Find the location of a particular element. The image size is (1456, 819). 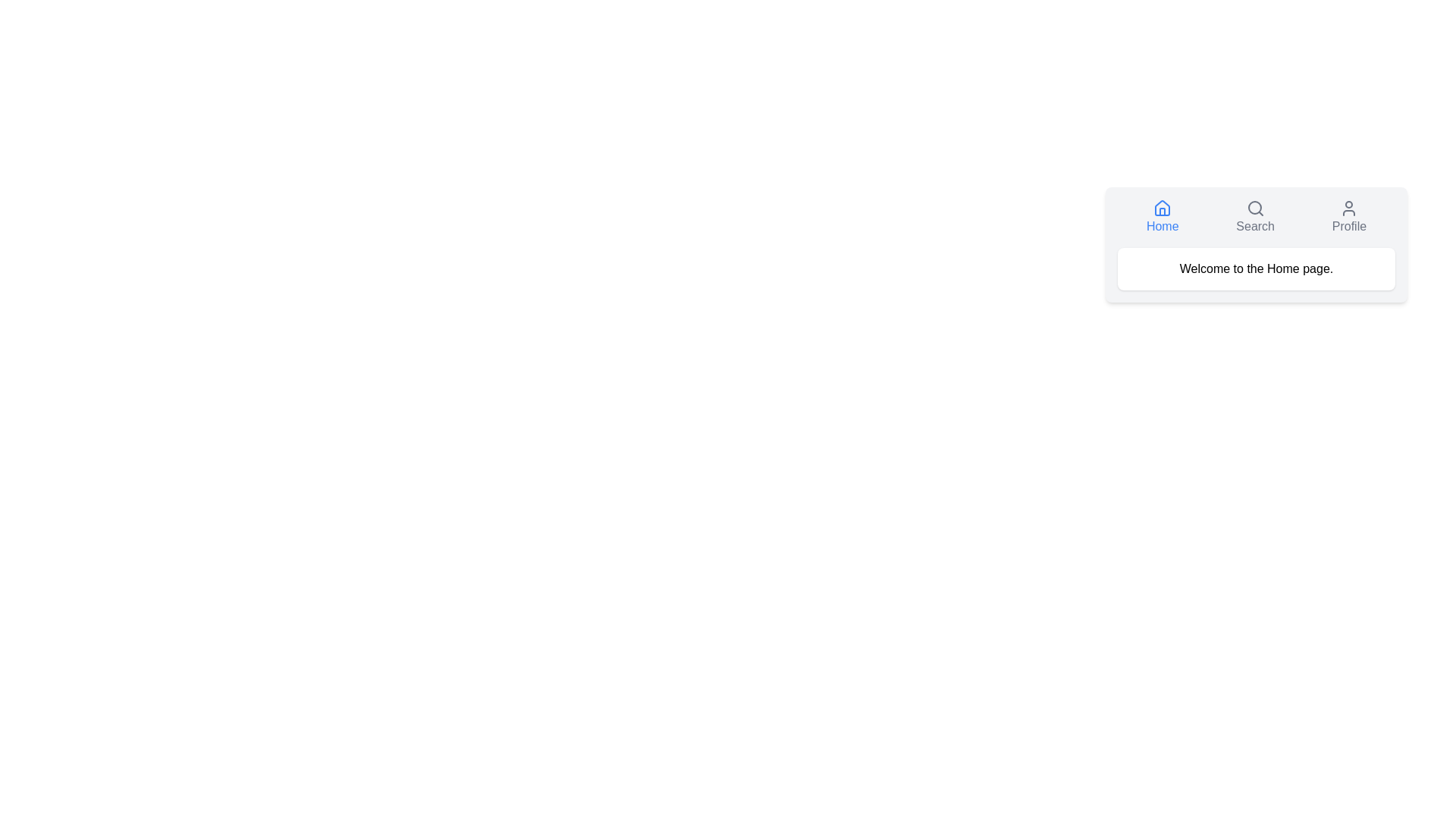

the Navigation Button that accesses the 'Home' section to observe the tooltip or visual effect is located at coordinates (1162, 217).